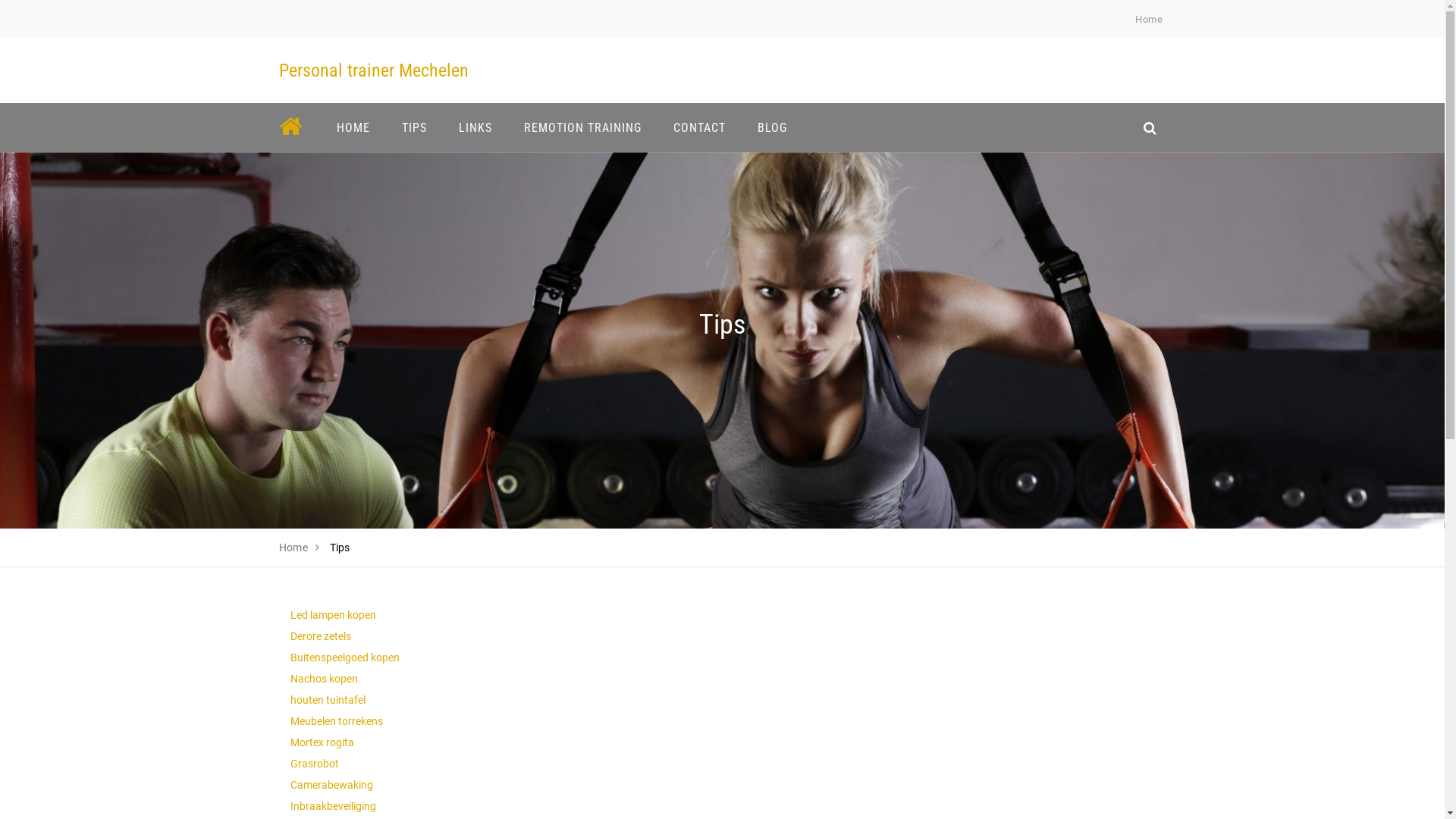 The height and width of the screenshot is (819, 1456). What do you see at coordinates (331, 805) in the screenshot?
I see `'Inbraakbeveiliging'` at bounding box center [331, 805].